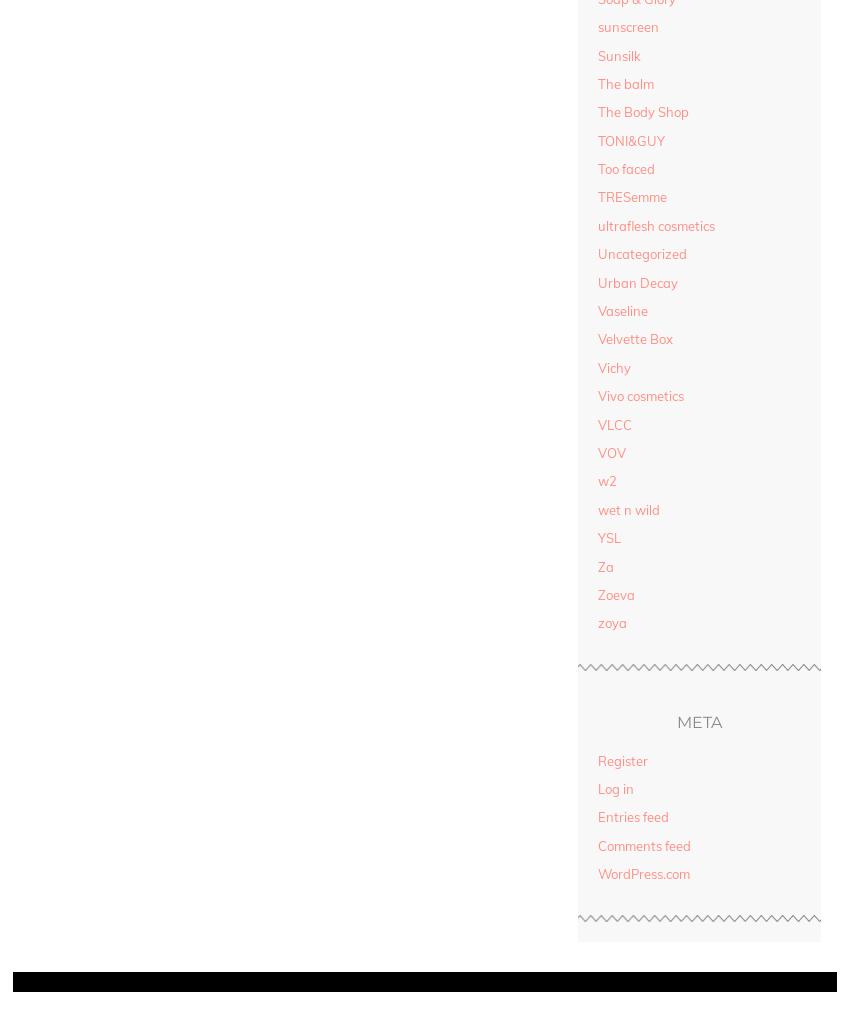 The width and height of the screenshot is (850, 1014). What do you see at coordinates (638, 281) in the screenshot?
I see `'Urban Decay'` at bounding box center [638, 281].